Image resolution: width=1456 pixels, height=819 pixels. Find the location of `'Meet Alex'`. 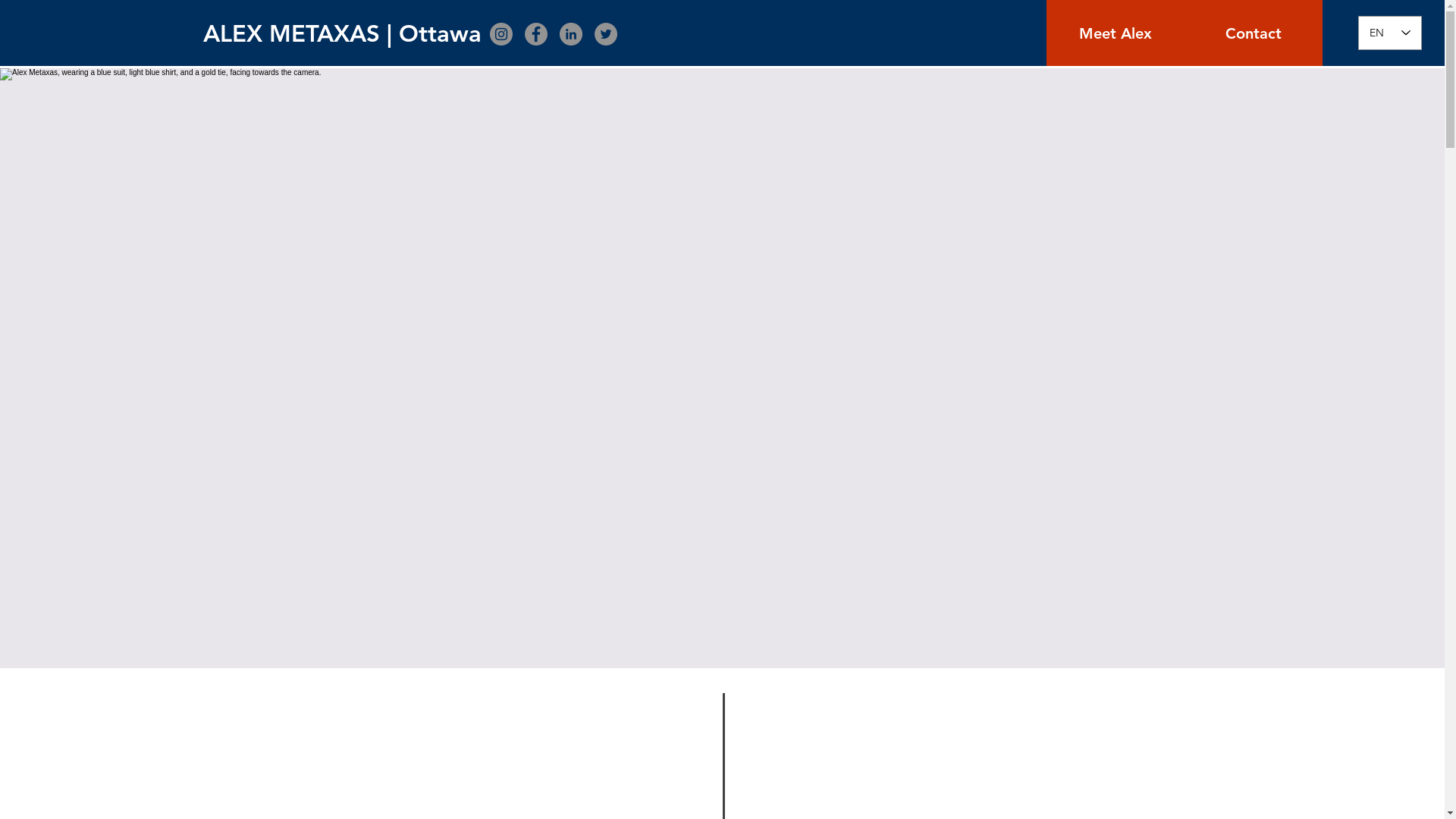

'Meet Alex' is located at coordinates (1115, 33).